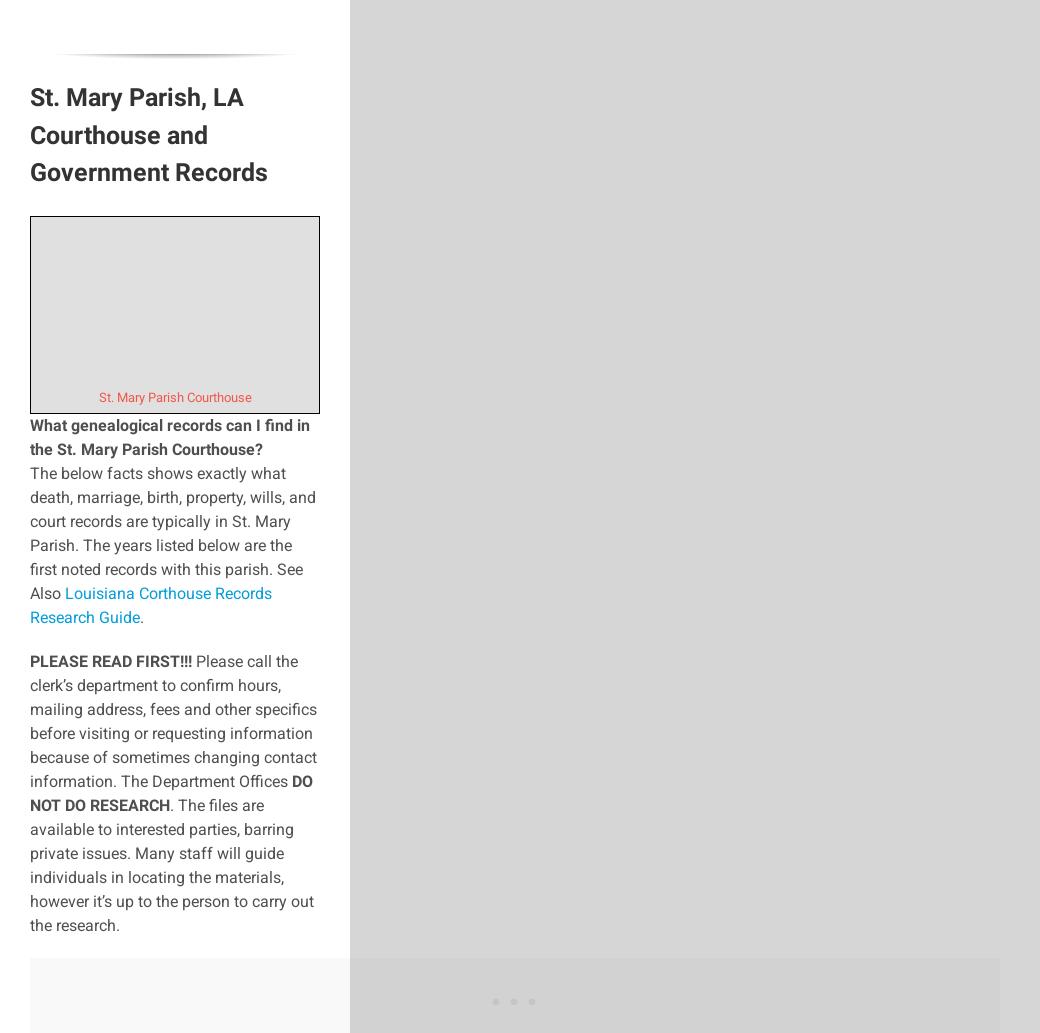 The height and width of the screenshot is (1033, 1040). What do you see at coordinates (149, 135) in the screenshot?
I see `'St. Mary Parish, LA Courthouse and Government Records'` at bounding box center [149, 135].